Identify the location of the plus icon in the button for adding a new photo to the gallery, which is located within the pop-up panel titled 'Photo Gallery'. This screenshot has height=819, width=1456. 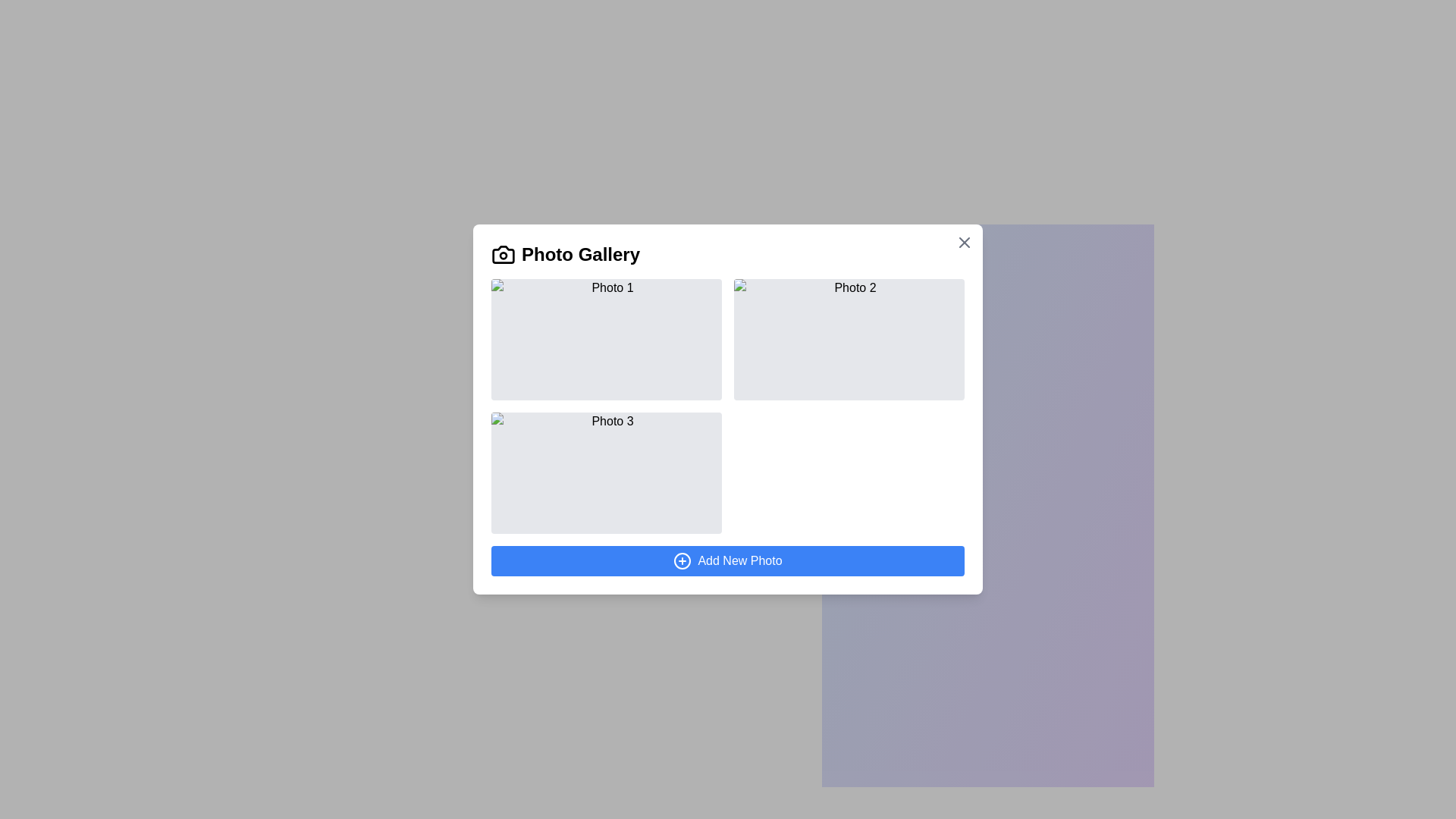
(682, 561).